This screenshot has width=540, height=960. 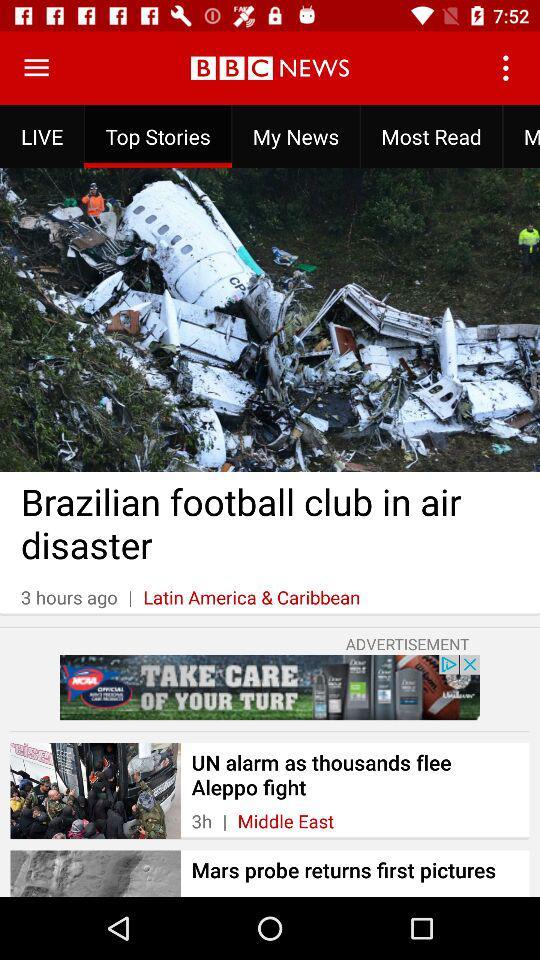 I want to click on menu items, so click(x=36, y=68).